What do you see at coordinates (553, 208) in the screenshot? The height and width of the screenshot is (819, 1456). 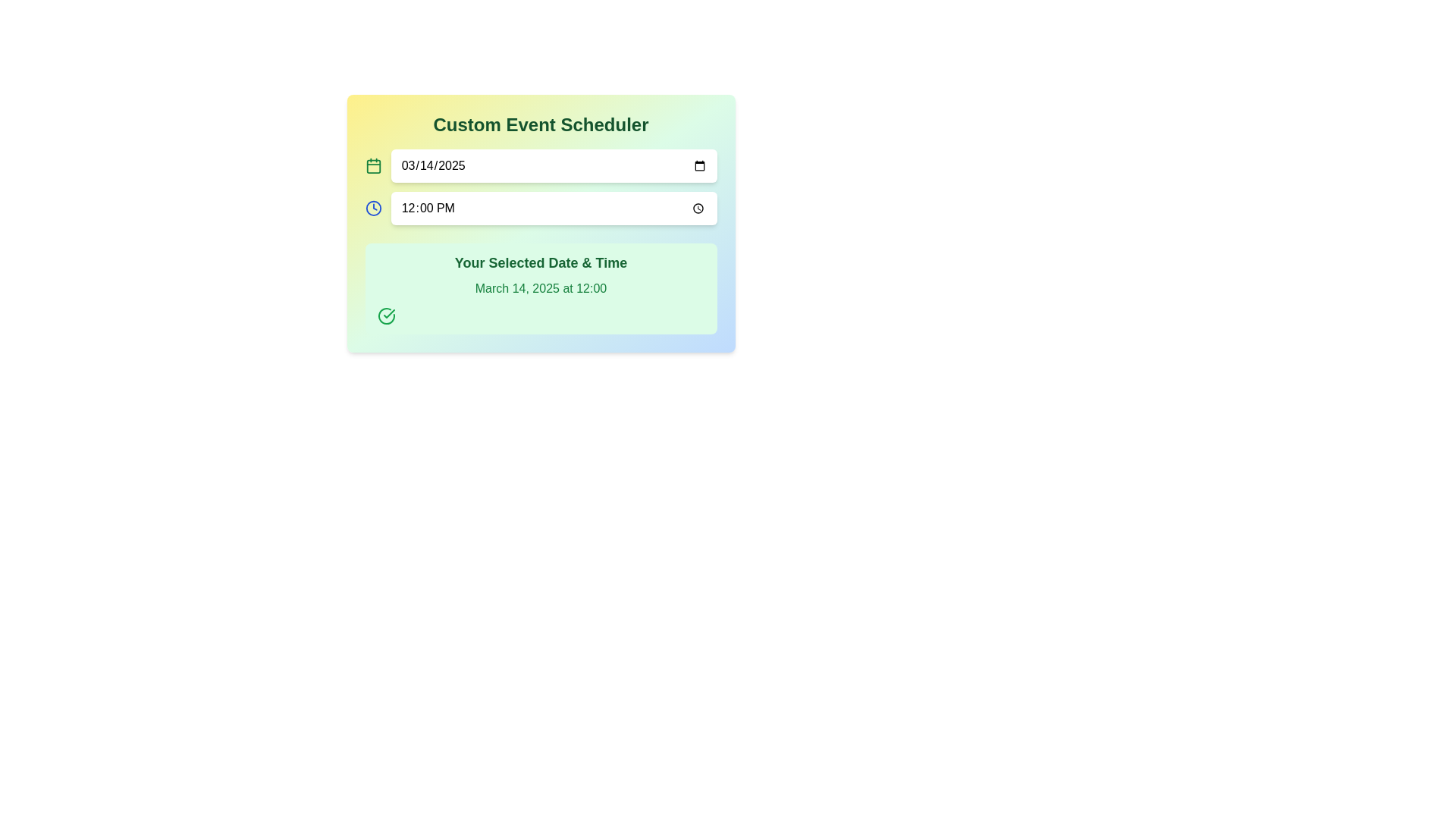 I see `the Time input field located in the second row of the 'Custom Event Scheduler' component` at bounding box center [553, 208].